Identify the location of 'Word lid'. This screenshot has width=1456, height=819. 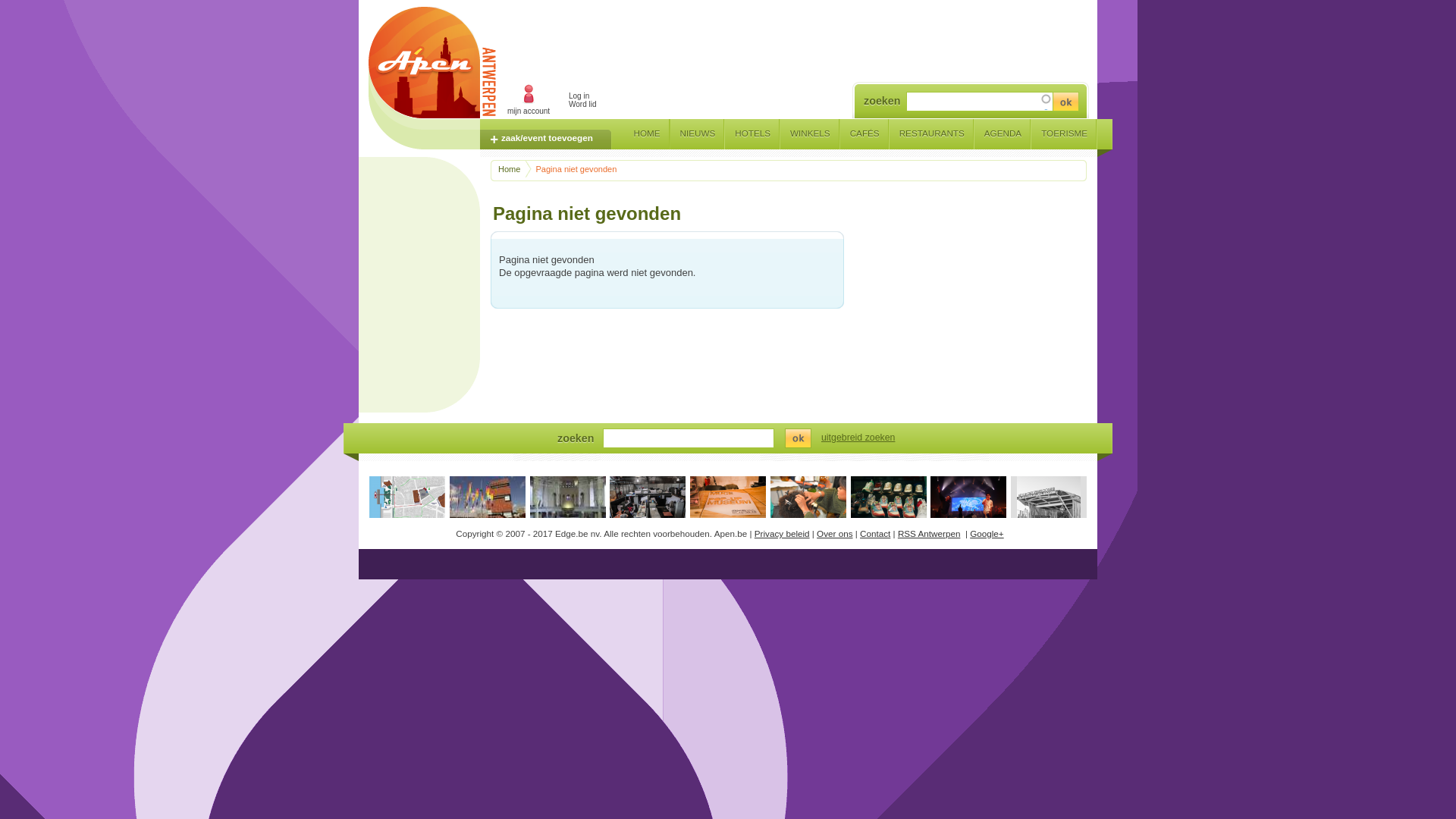
(582, 103).